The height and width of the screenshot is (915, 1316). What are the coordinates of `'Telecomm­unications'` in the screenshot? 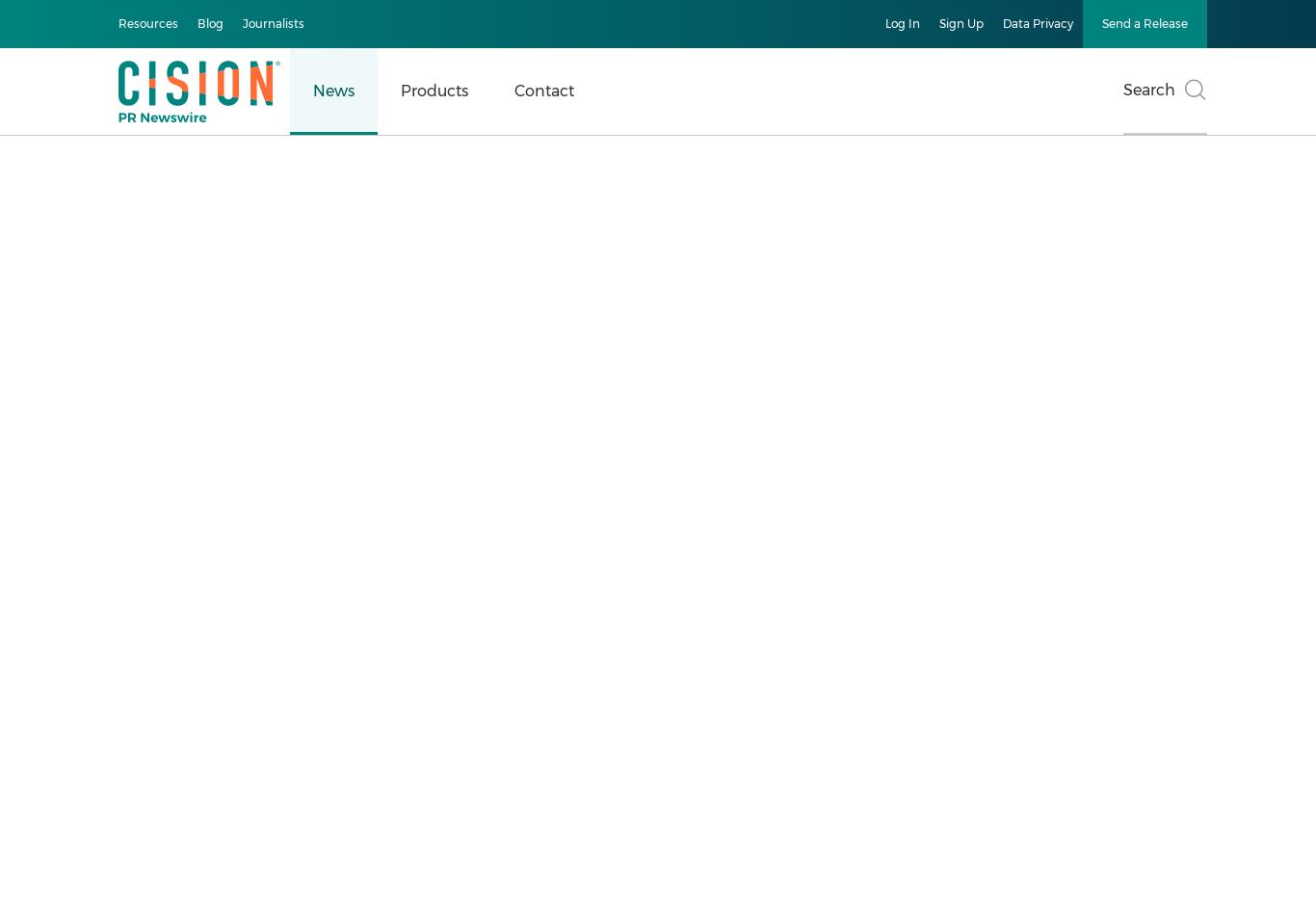 It's located at (145, 645).